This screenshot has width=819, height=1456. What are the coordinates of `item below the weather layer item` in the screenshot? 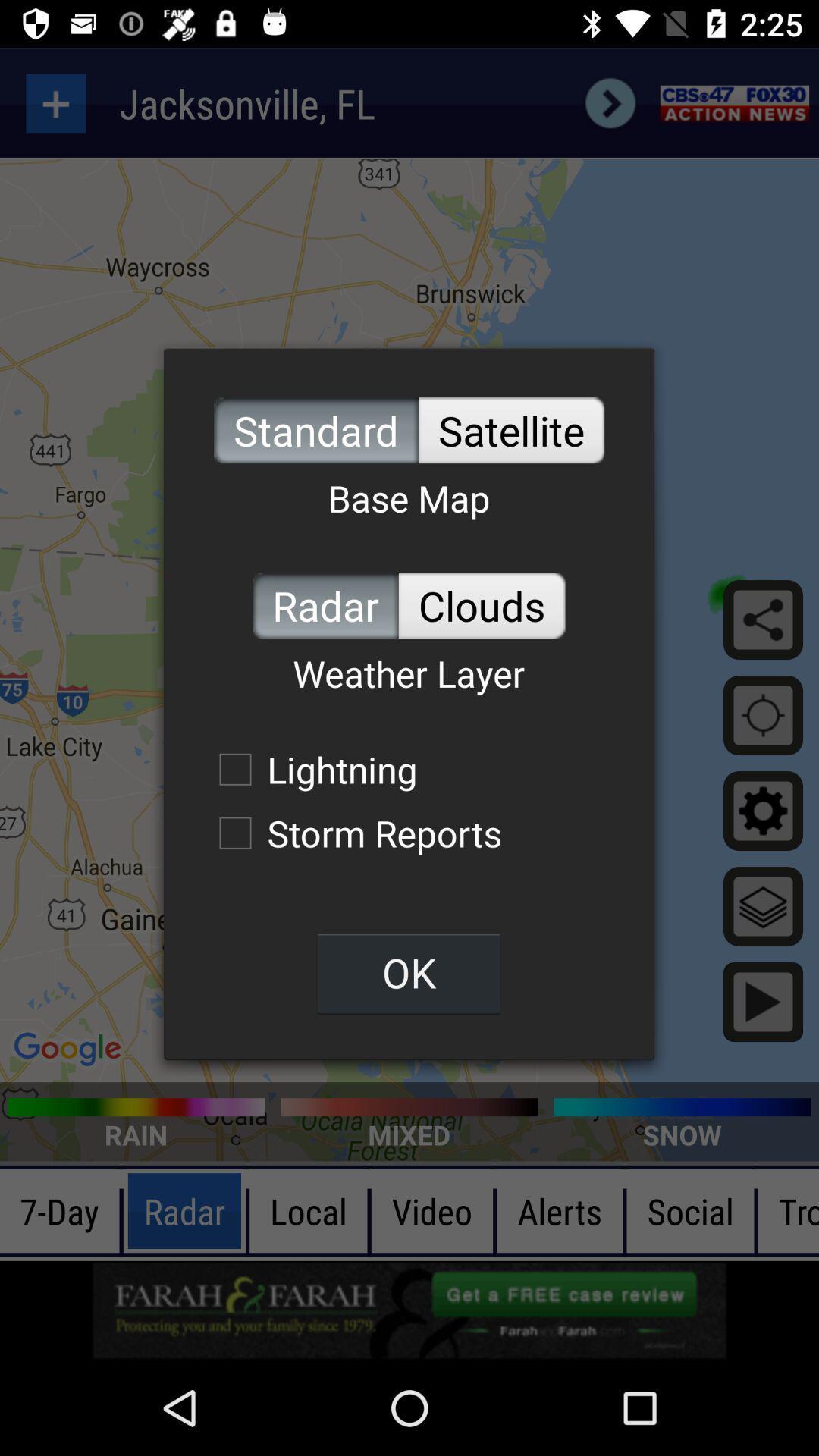 It's located at (309, 769).